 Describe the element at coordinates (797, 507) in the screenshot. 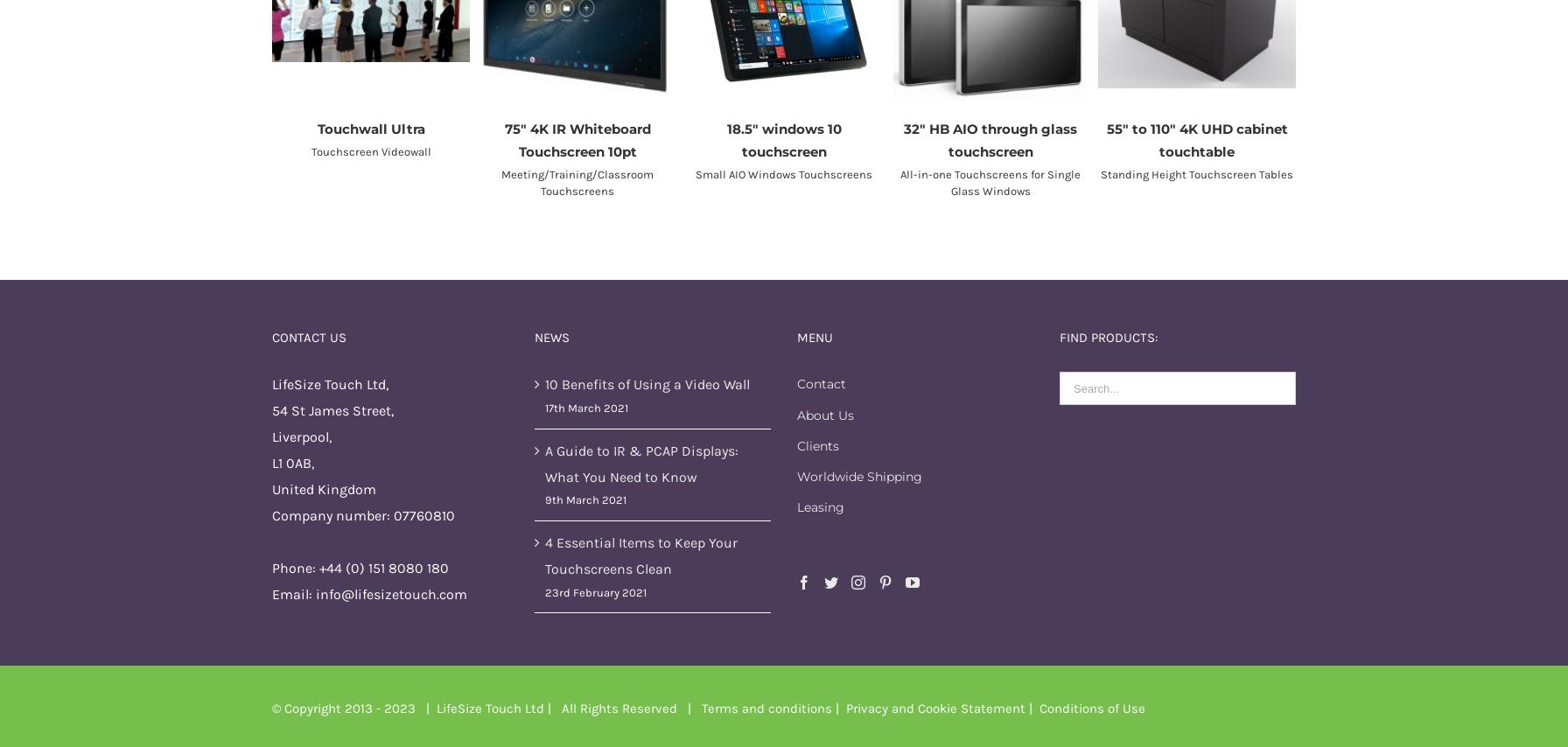

I see `'Leasing'` at that location.